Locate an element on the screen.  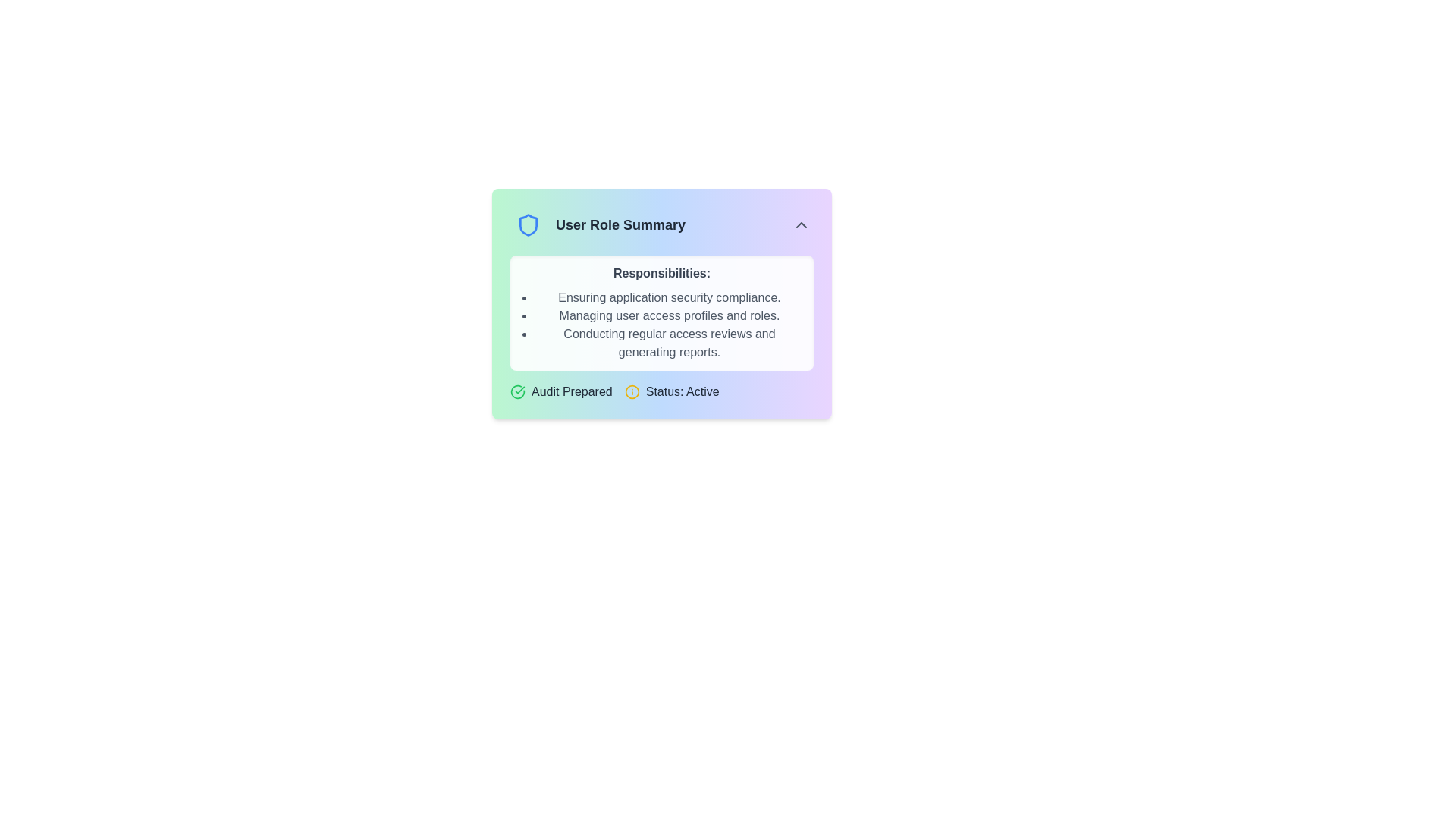
the success icon located at the leftmost side of the group containing the text 'Audit Prepared' is located at coordinates (517, 391).